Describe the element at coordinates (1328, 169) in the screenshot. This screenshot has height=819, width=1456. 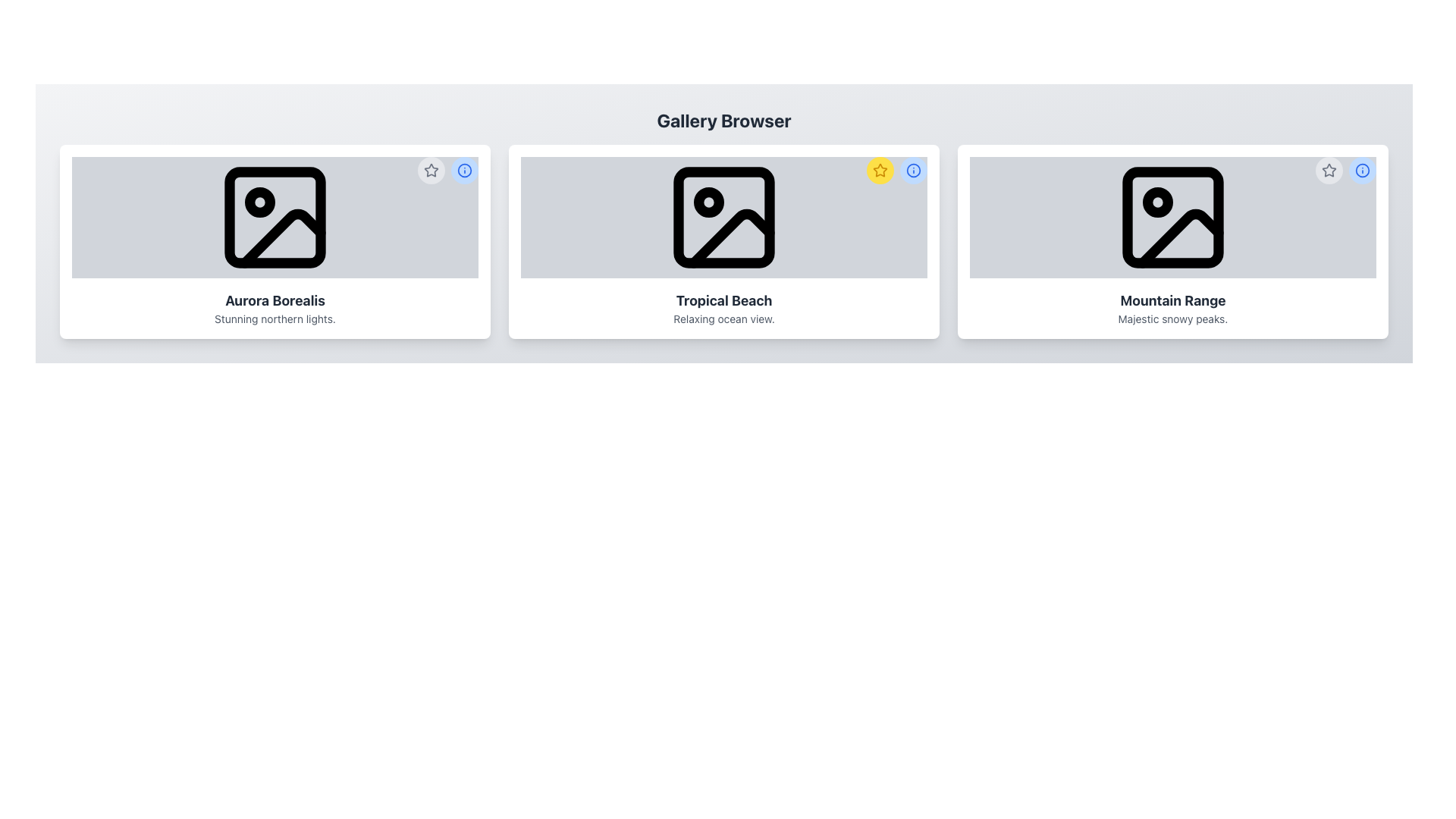
I see `the star icon with a hollow outline next to the 'Mountain Range' gallery item to mark it as favorite` at that location.